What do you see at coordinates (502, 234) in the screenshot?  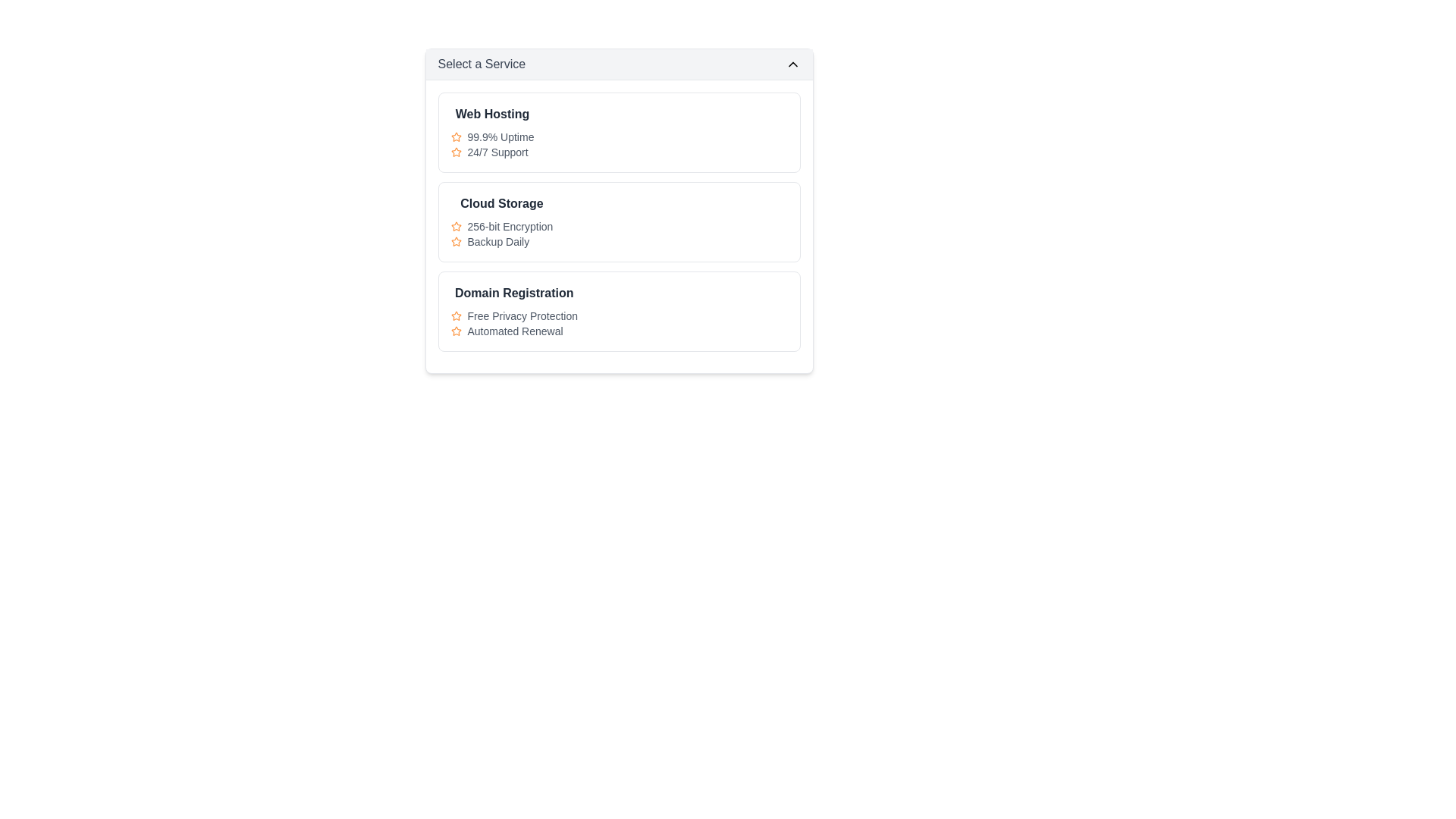 I see `text group labeled '256-bit Encryption' and 'Backup Daily' with star icons, located in the 'Cloud Storage' section to understand the information` at bounding box center [502, 234].